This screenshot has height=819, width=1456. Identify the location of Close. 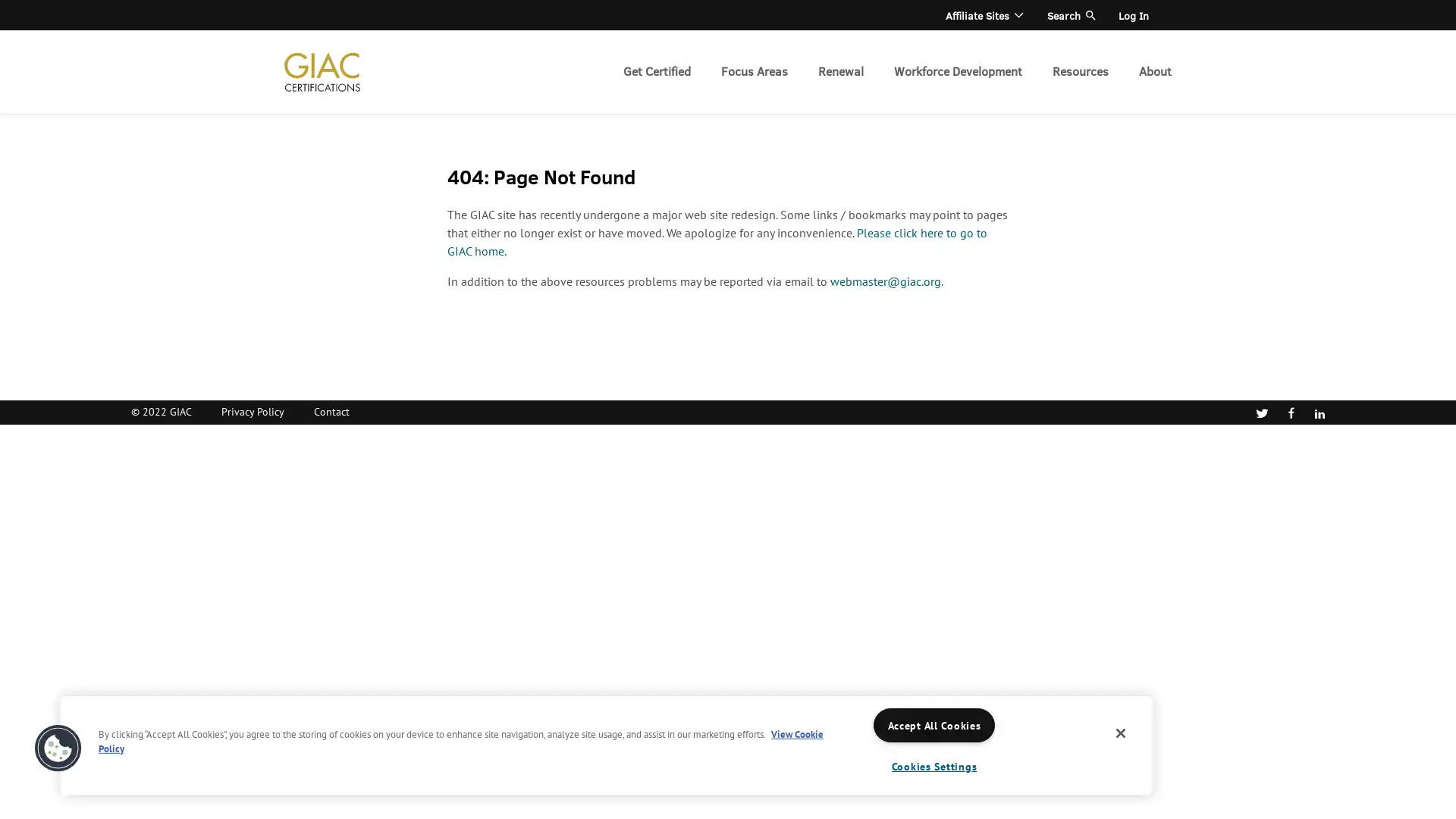
(1121, 733).